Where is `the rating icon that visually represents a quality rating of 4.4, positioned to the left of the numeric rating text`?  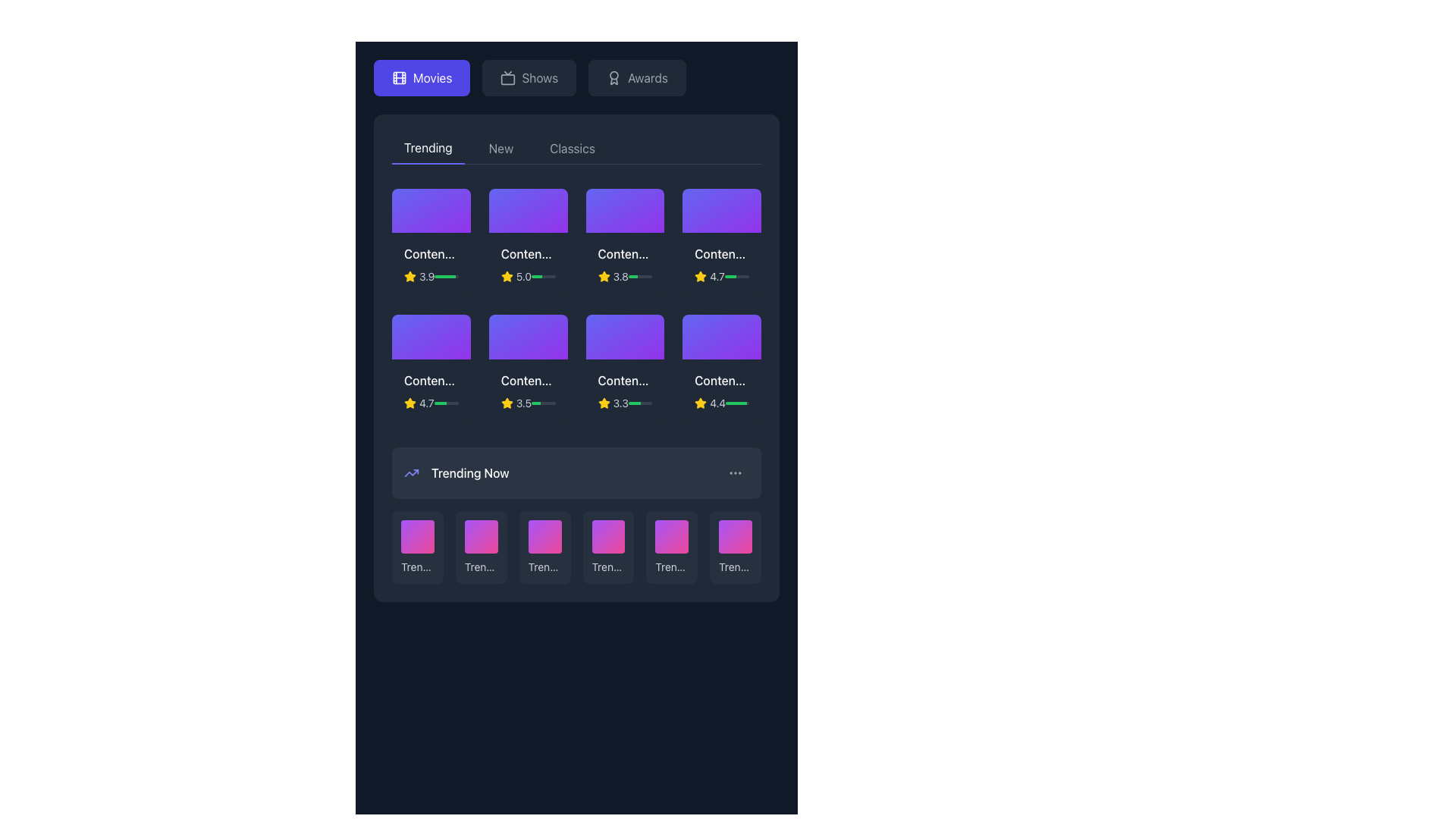
the rating icon that visually represents a quality rating of 4.4, positioned to the left of the numeric rating text is located at coordinates (700, 402).